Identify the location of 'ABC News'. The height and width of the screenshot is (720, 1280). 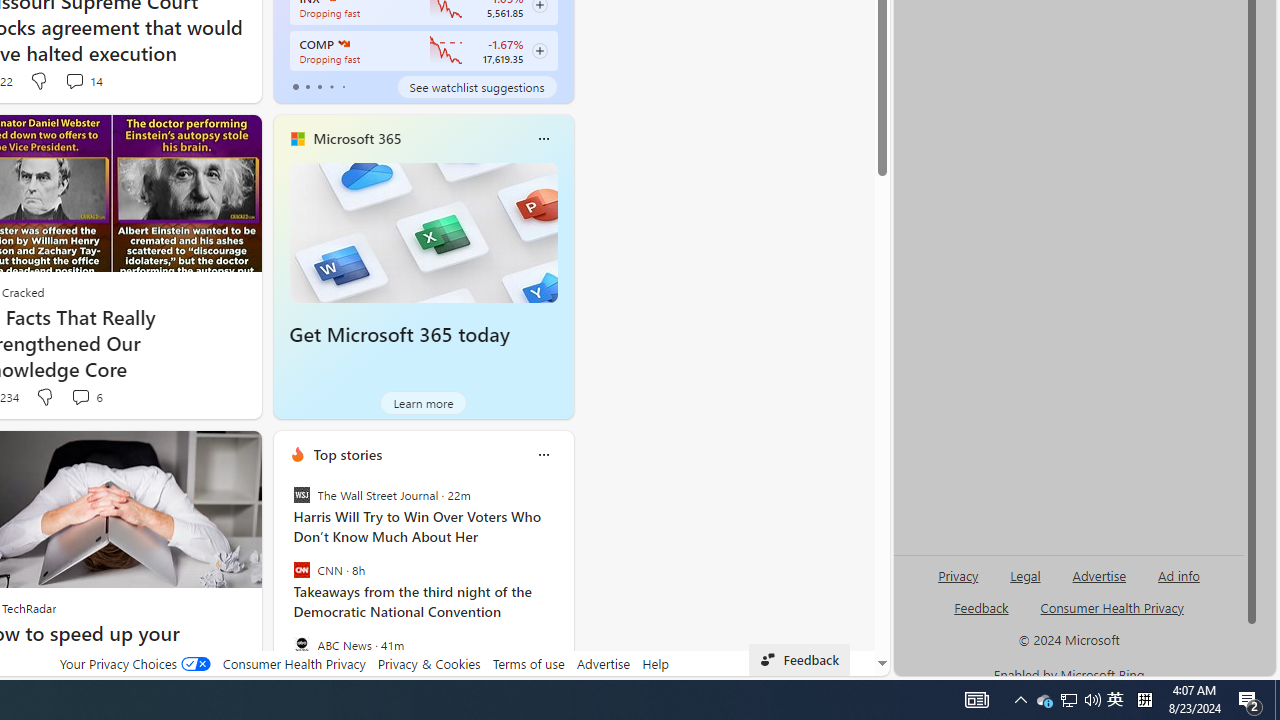
(300, 644).